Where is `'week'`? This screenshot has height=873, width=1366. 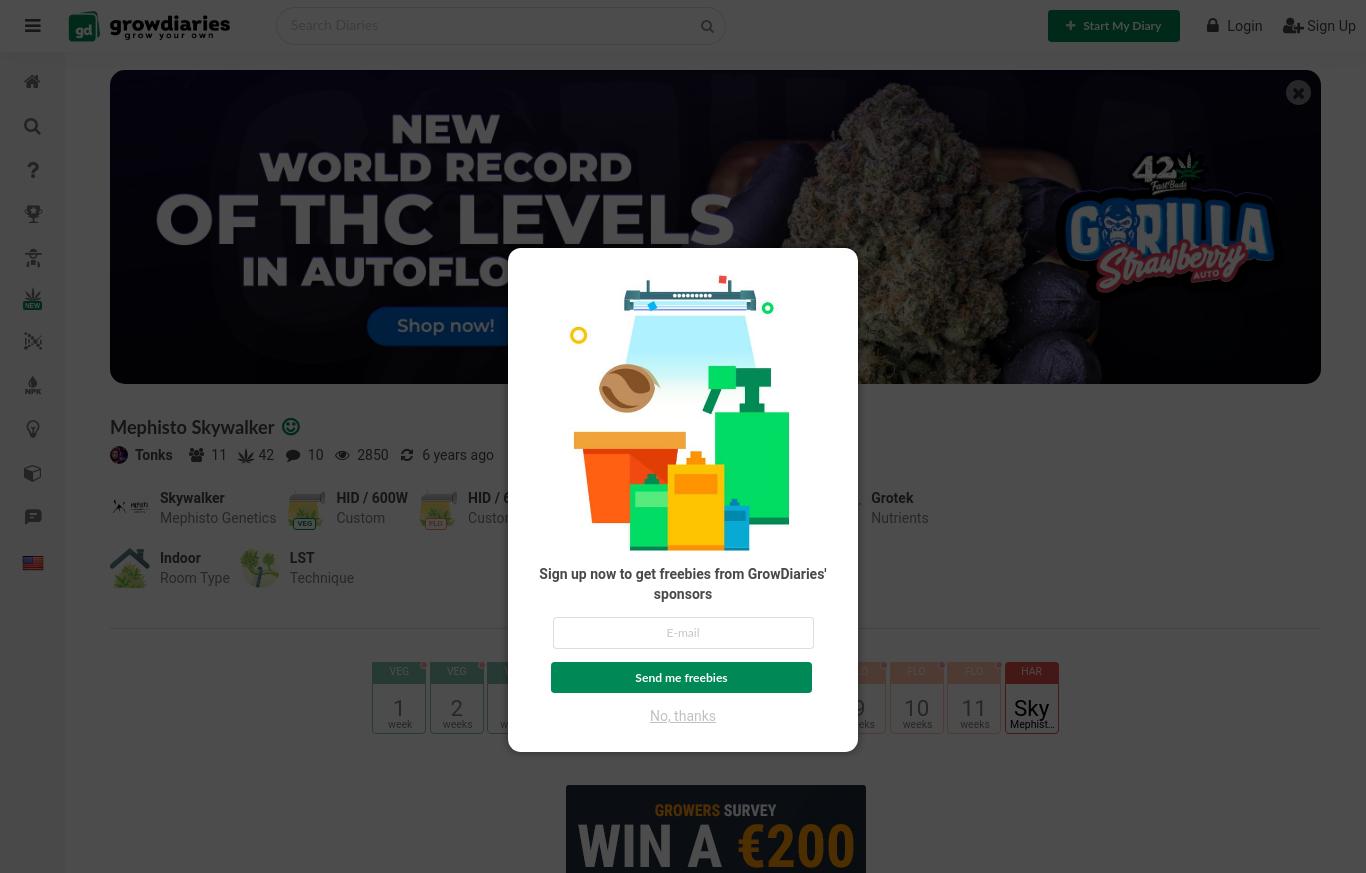 'week' is located at coordinates (398, 723).